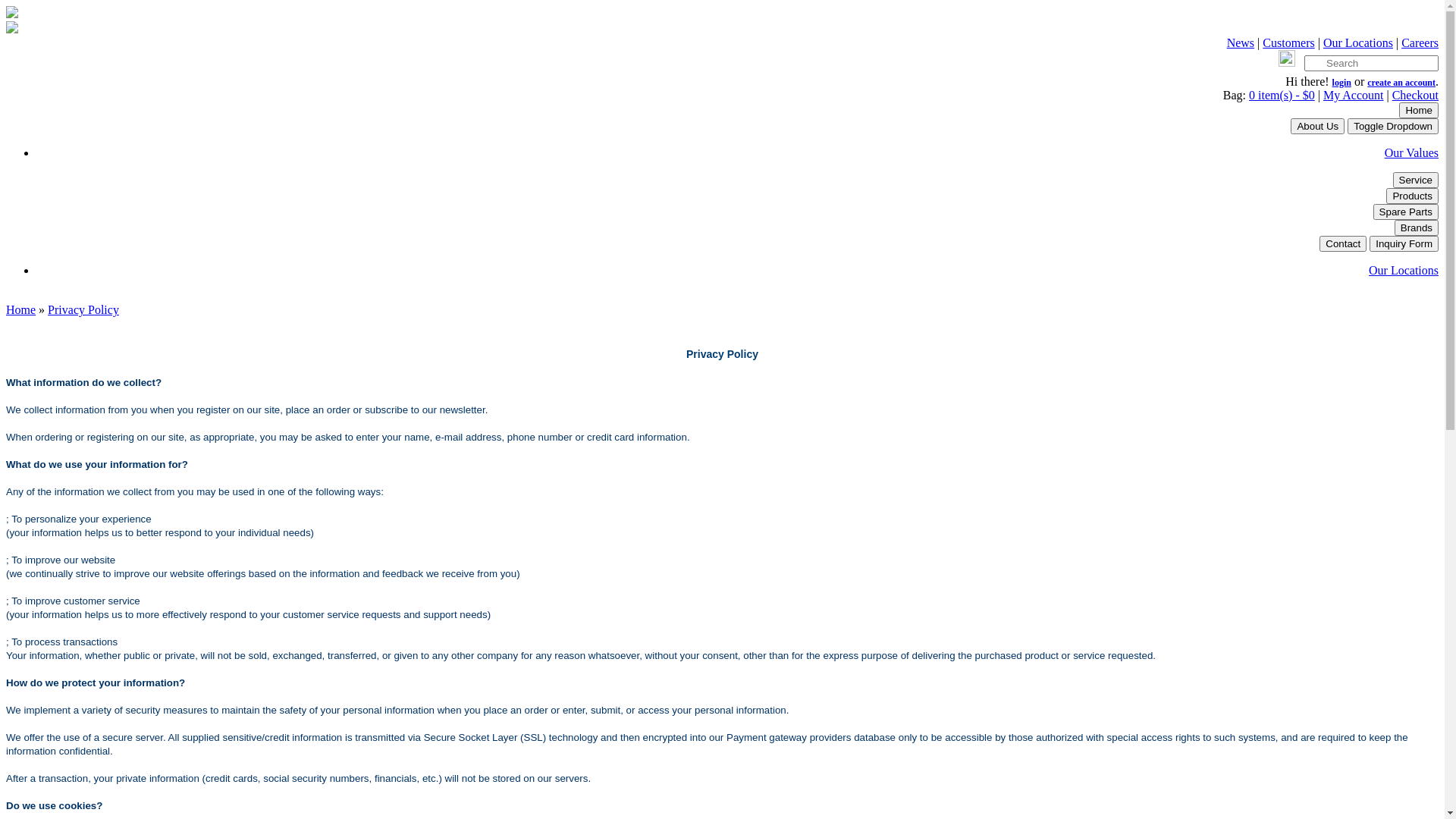  I want to click on 'My Account', so click(1354, 95).